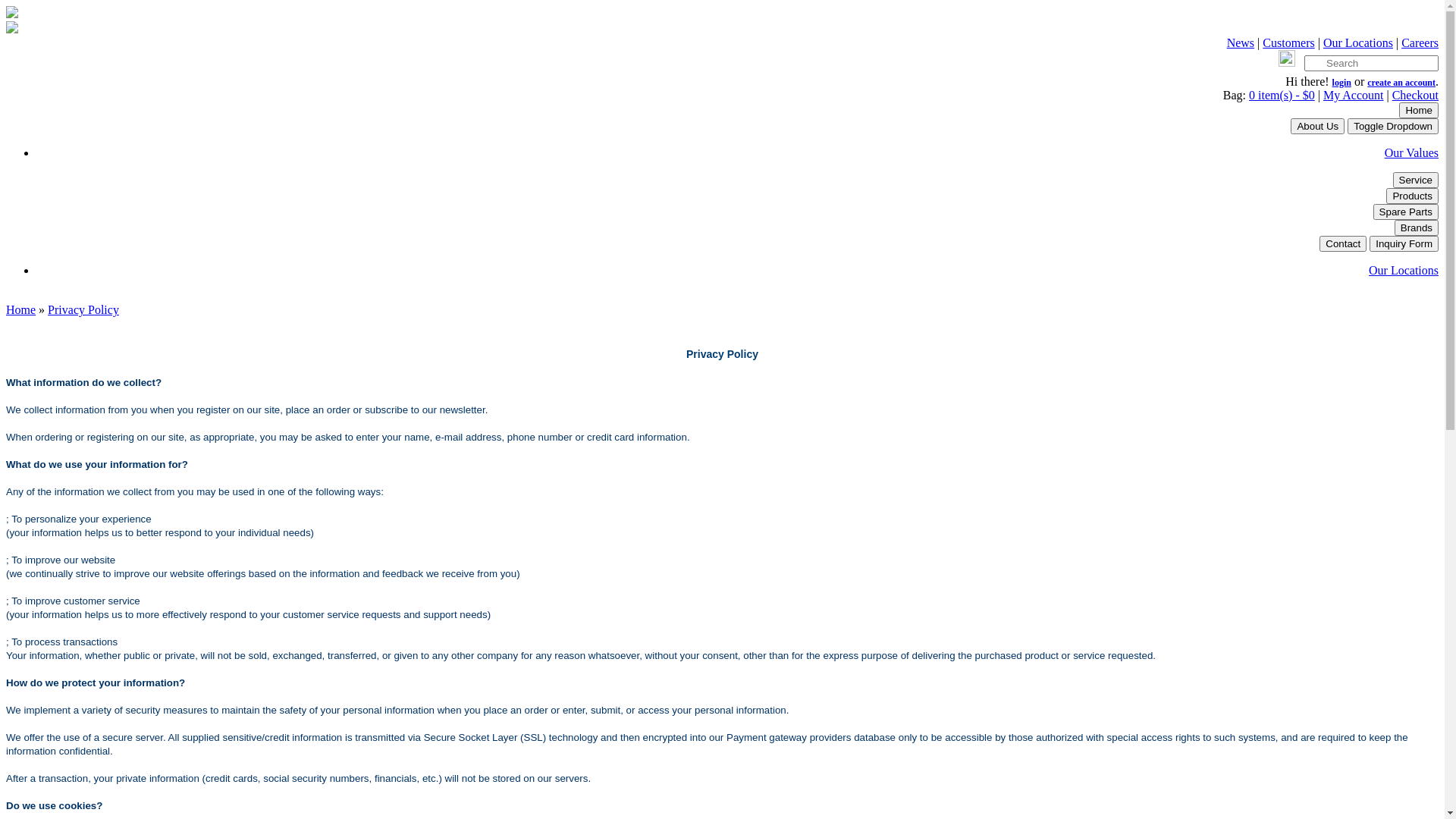  I want to click on 'My Account', so click(1354, 95).